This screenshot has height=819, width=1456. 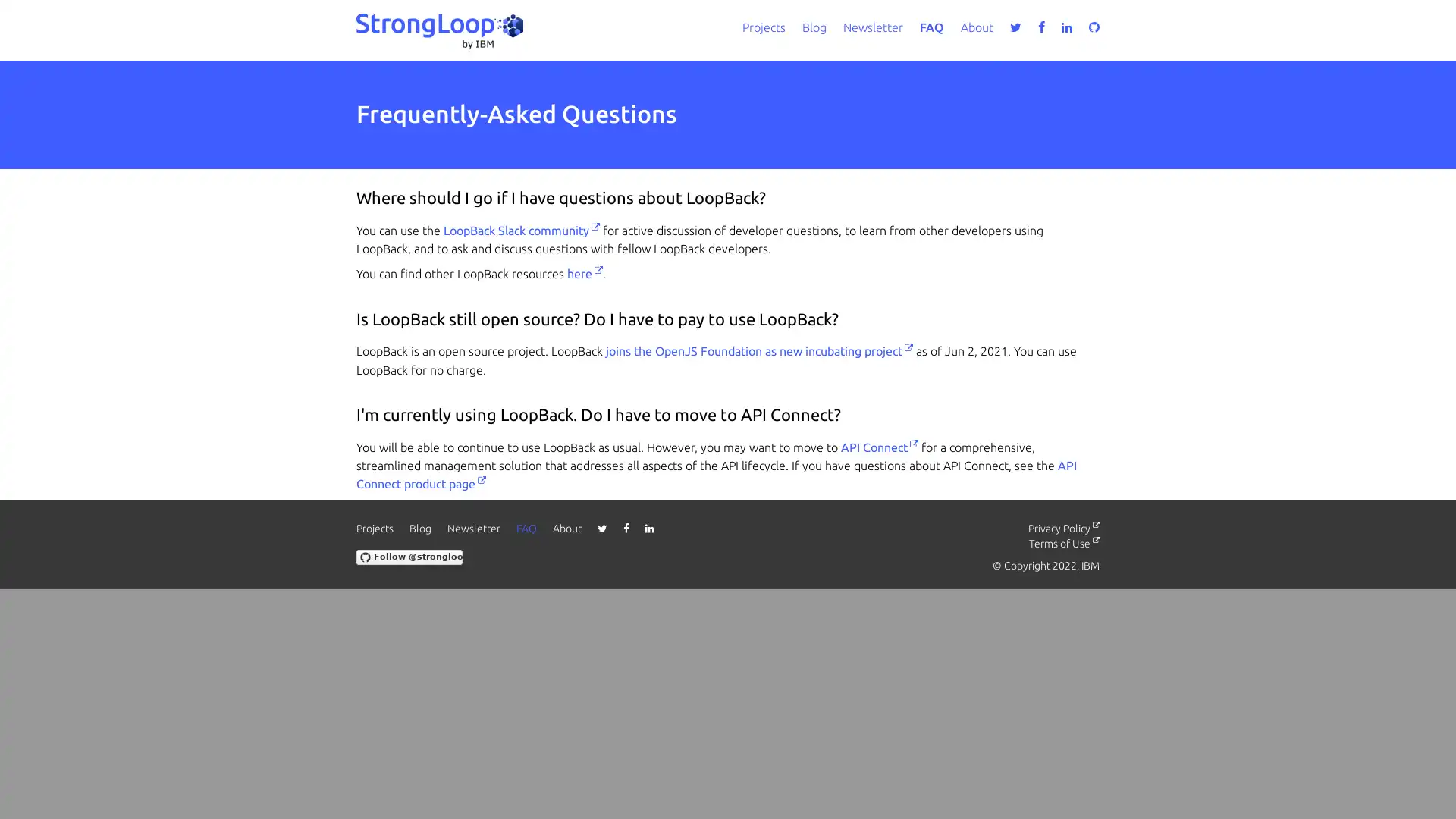 I want to click on close icon, so click(x=1444, y=704).